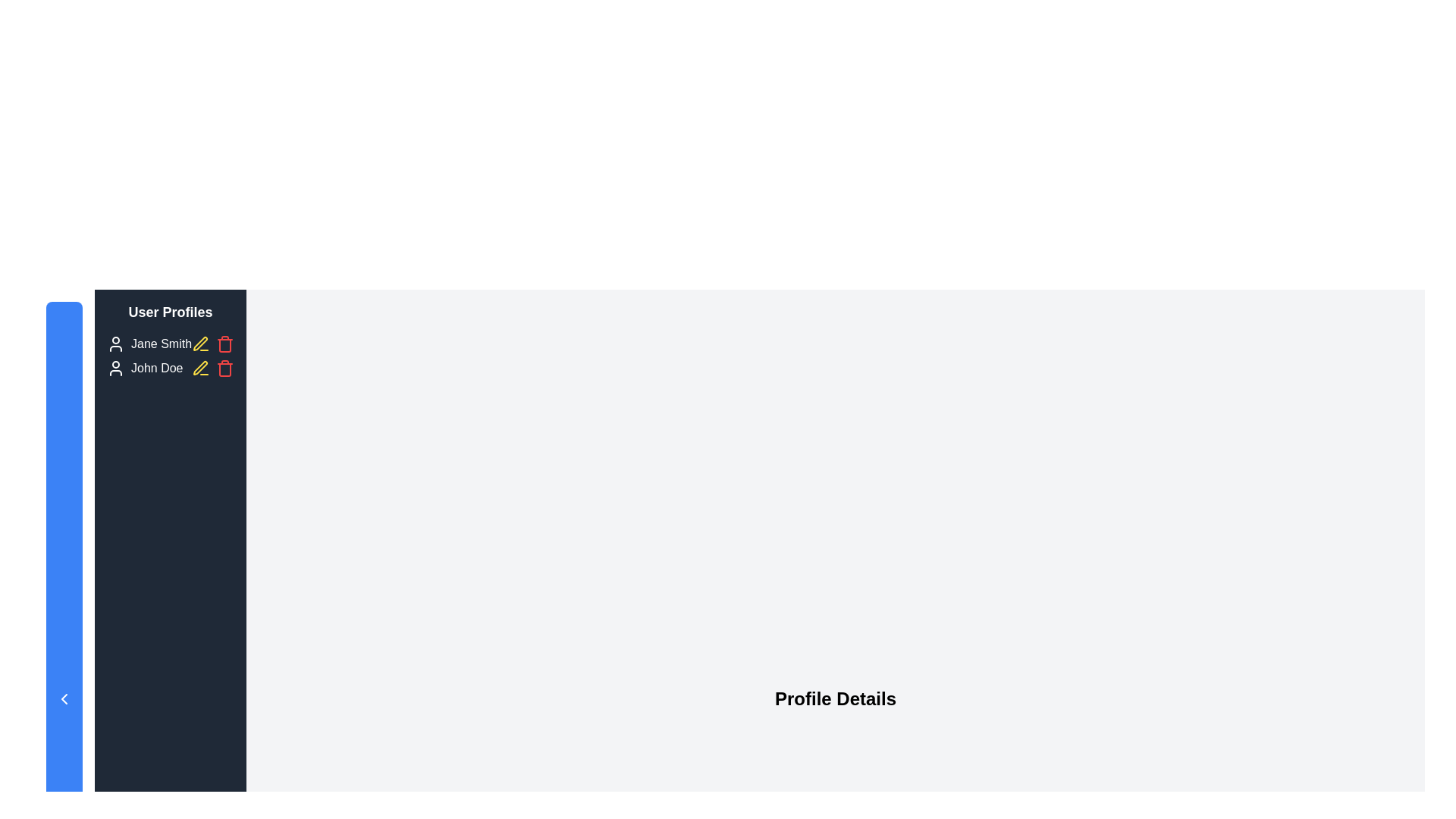 The height and width of the screenshot is (819, 1456). Describe the element at coordinates (835, 698) in the screenshot. I see `the heading element labeled 'Profile Details' which serves as the title indicating the focus of the current page or section` at that location.